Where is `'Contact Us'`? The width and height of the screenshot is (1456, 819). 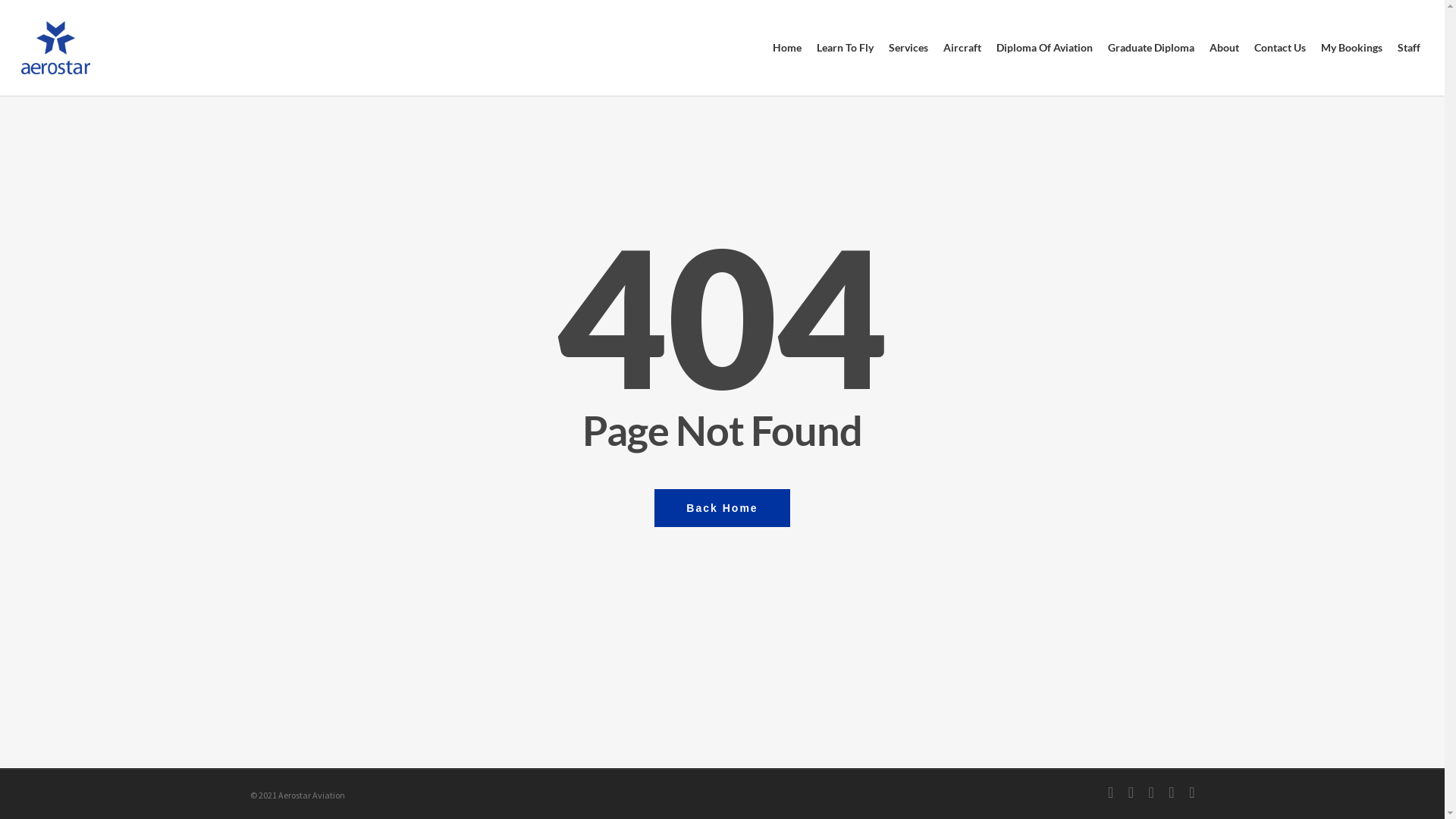 'Contact Us' is located at coordinates (1246, 46).